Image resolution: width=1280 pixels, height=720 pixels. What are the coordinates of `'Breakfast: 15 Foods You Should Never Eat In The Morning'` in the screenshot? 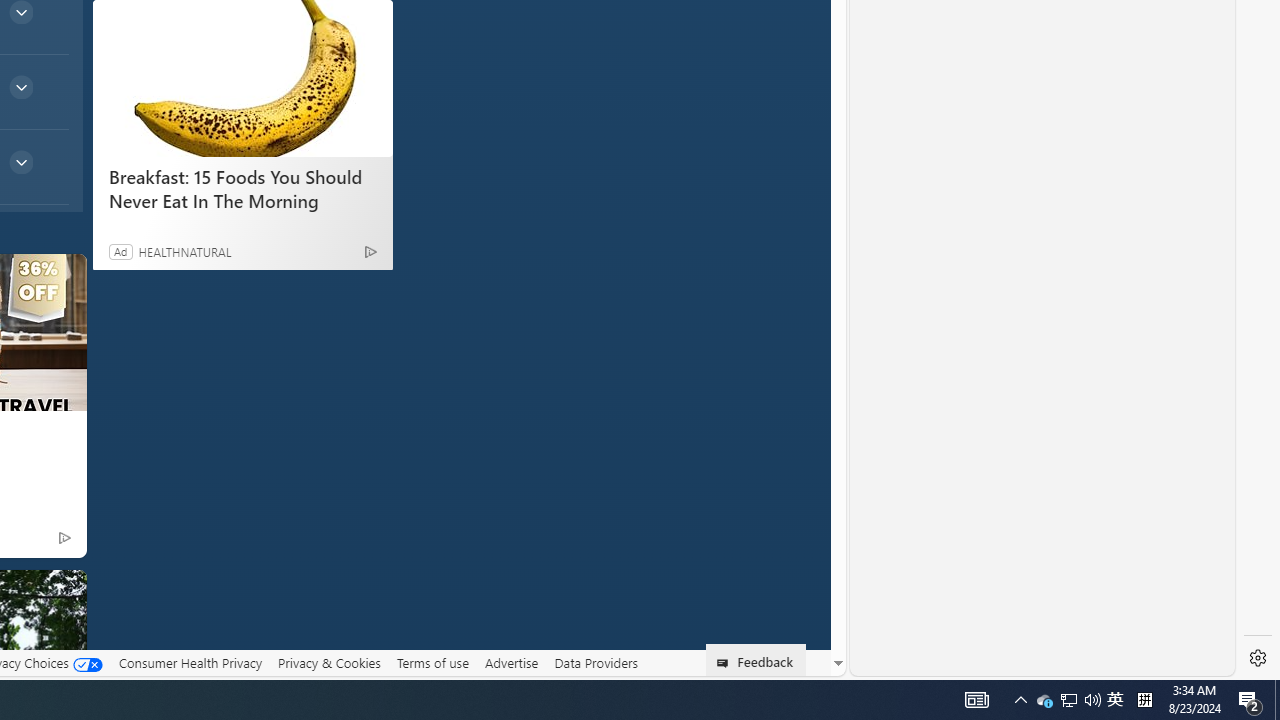 It's located at (241, 77).